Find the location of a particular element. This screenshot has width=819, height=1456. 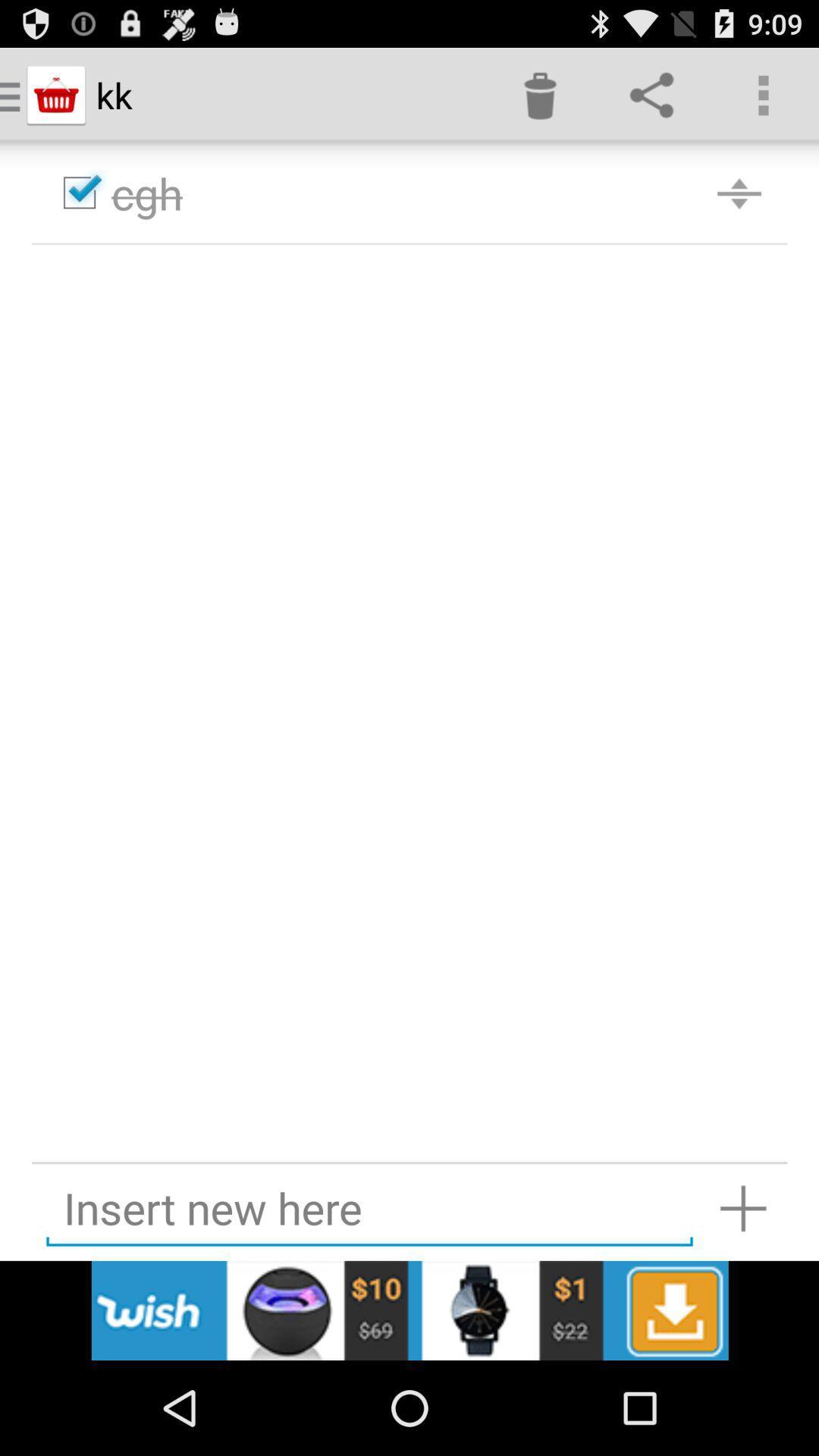

insert new is located at coordinates (369, 1207).